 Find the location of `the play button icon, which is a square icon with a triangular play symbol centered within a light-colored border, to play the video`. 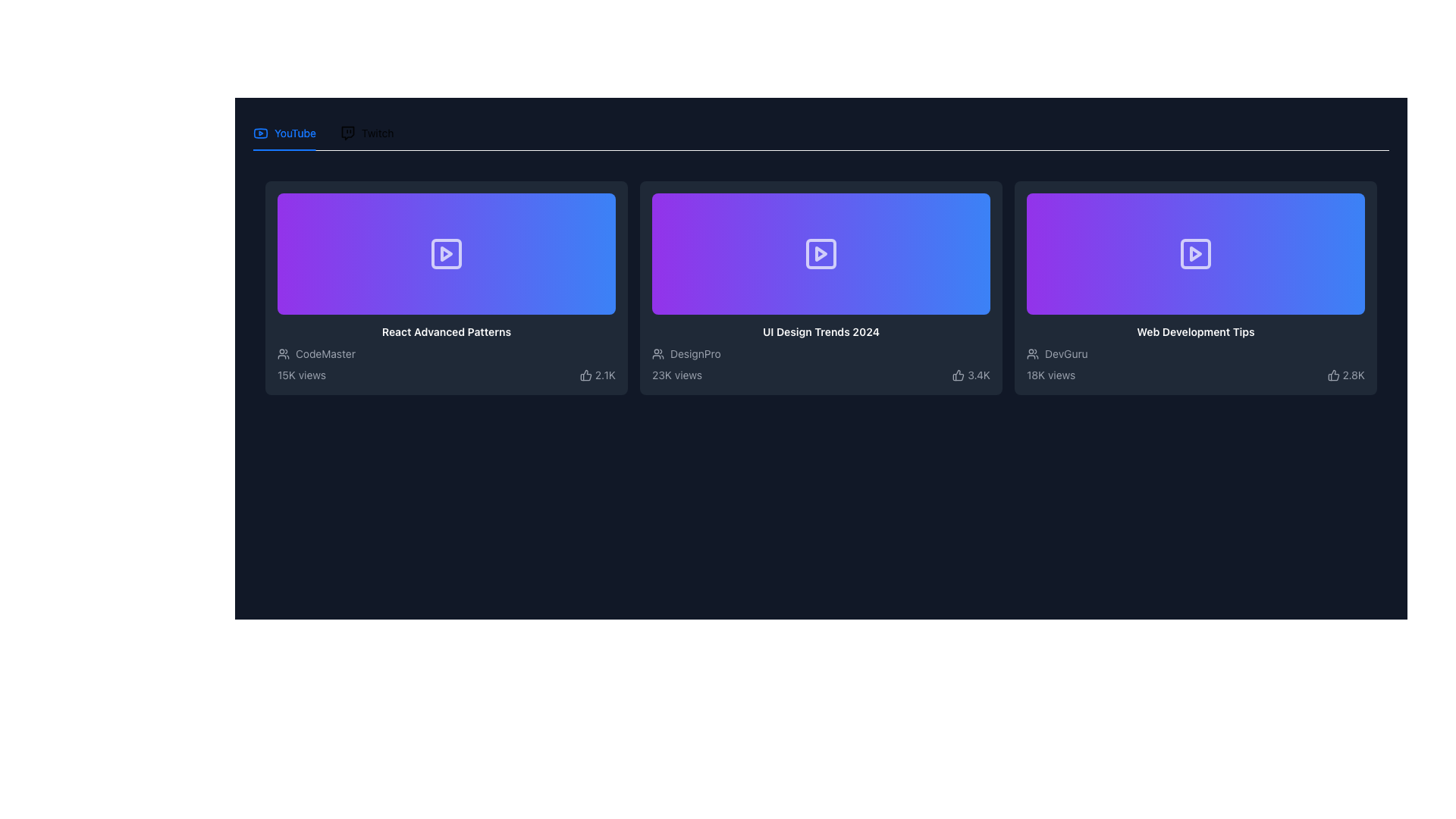

the play button icon, which is a square icon with a triangular play symbol centered within a light-colored border, to play the video is located at coordinates (446, 253).